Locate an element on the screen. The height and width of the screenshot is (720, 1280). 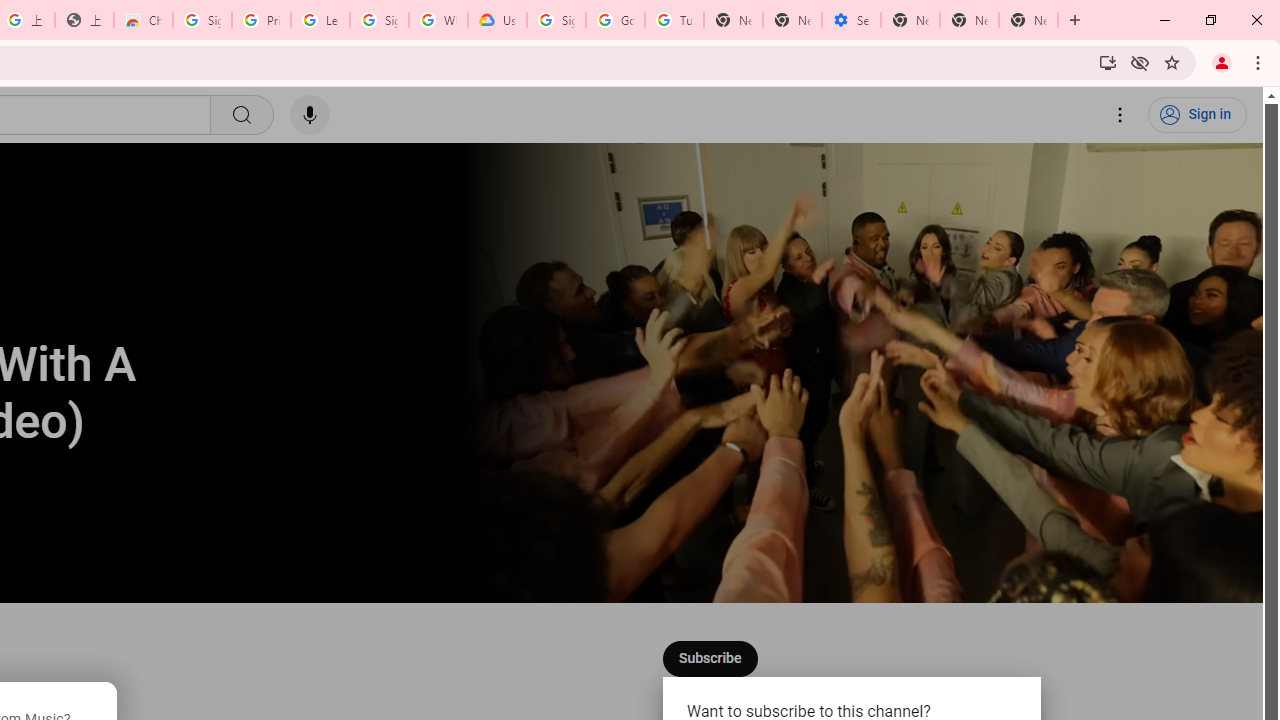
'Chrome Web Store' is located at coordinates (142, 20).